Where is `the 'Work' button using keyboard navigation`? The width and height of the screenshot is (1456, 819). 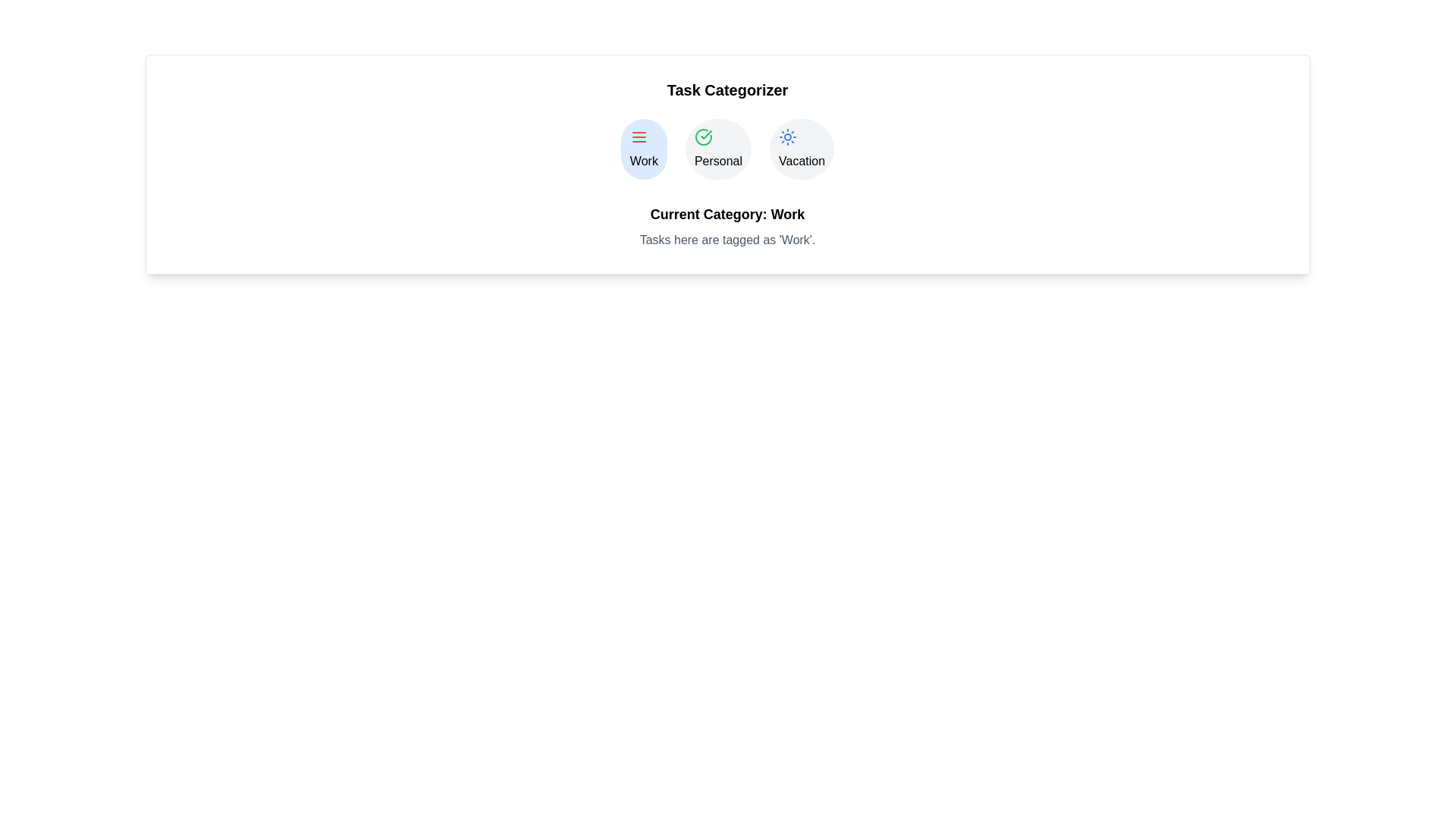 the 'Work' button using keyboard navigation is located at coordinates (644, 149).